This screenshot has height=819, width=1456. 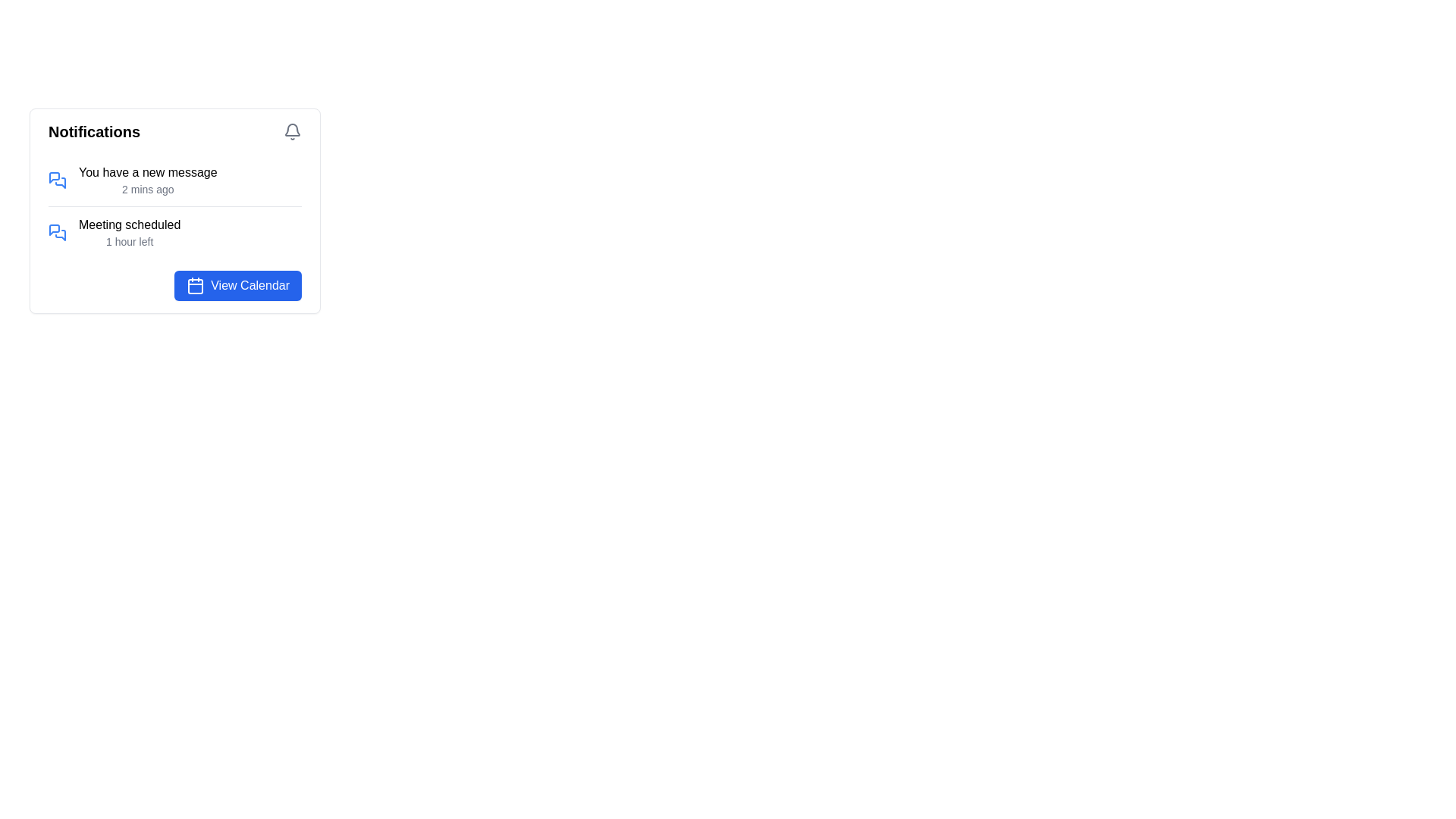 What do you see at coordinates (148, 189) in the screenshot?
I see `the static text label located underneath the 'You have a new message' text within the notification card` at bounding box center [148, 189].